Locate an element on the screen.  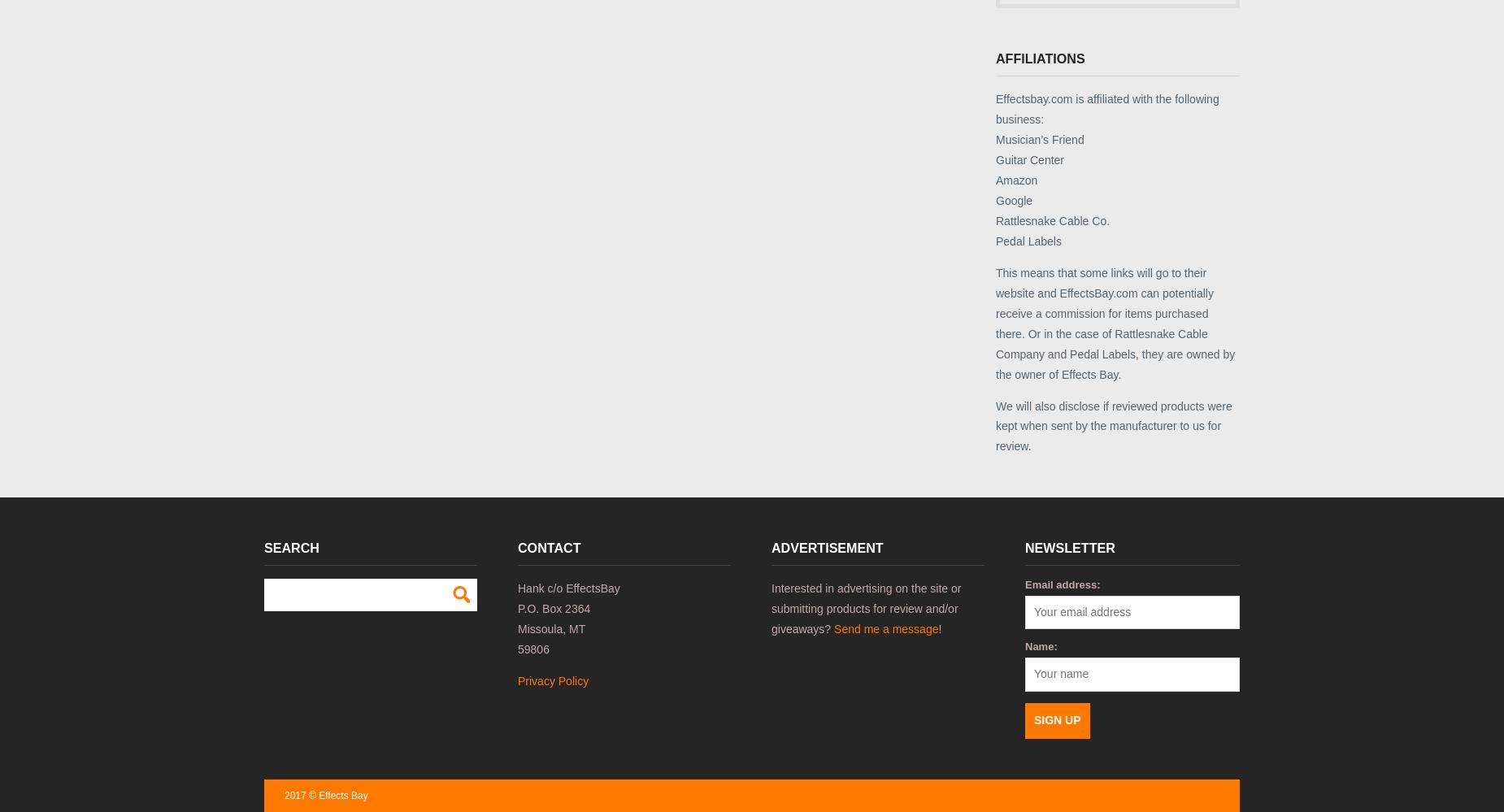
'Interested in advertising on the site or submitting products for review and/or giveaways?' is located at coordinates (865, 606).